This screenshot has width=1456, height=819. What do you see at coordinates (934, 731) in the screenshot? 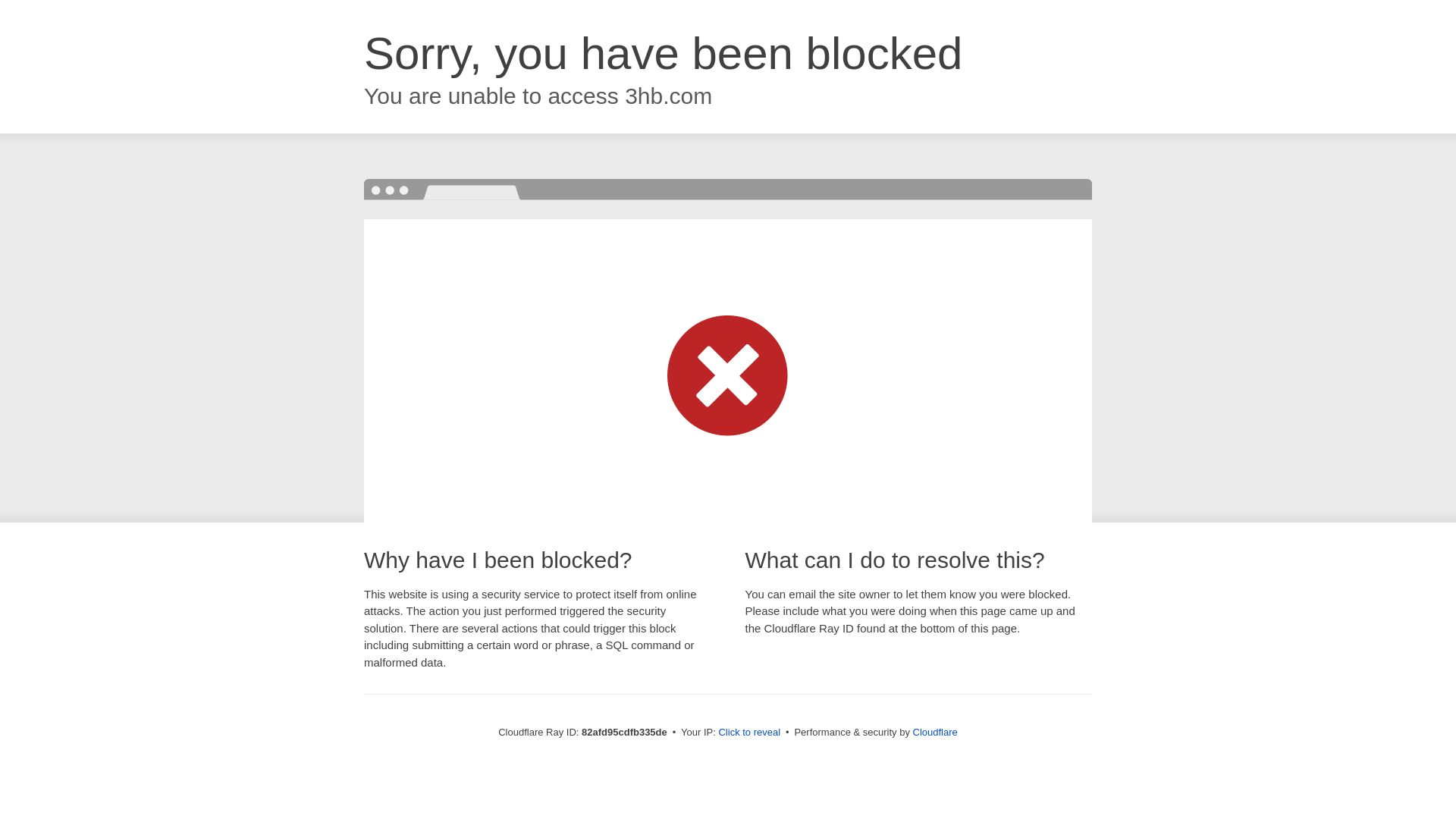
I see `'Cloudflare'` at bounding box center [934, 731].